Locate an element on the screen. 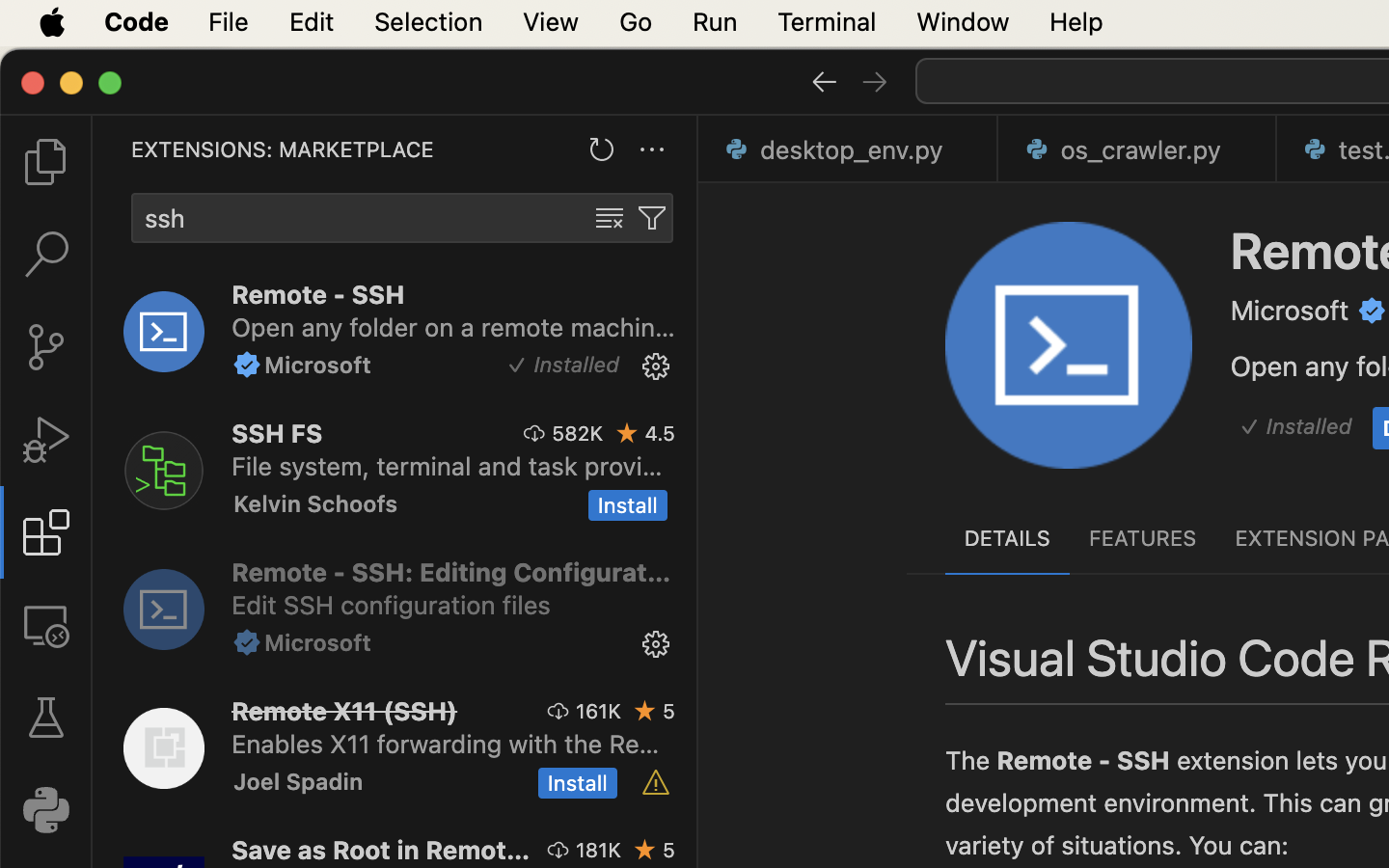 This screenshot has height=868, width=1389. '0 ' is located at coordinates (44, 347).